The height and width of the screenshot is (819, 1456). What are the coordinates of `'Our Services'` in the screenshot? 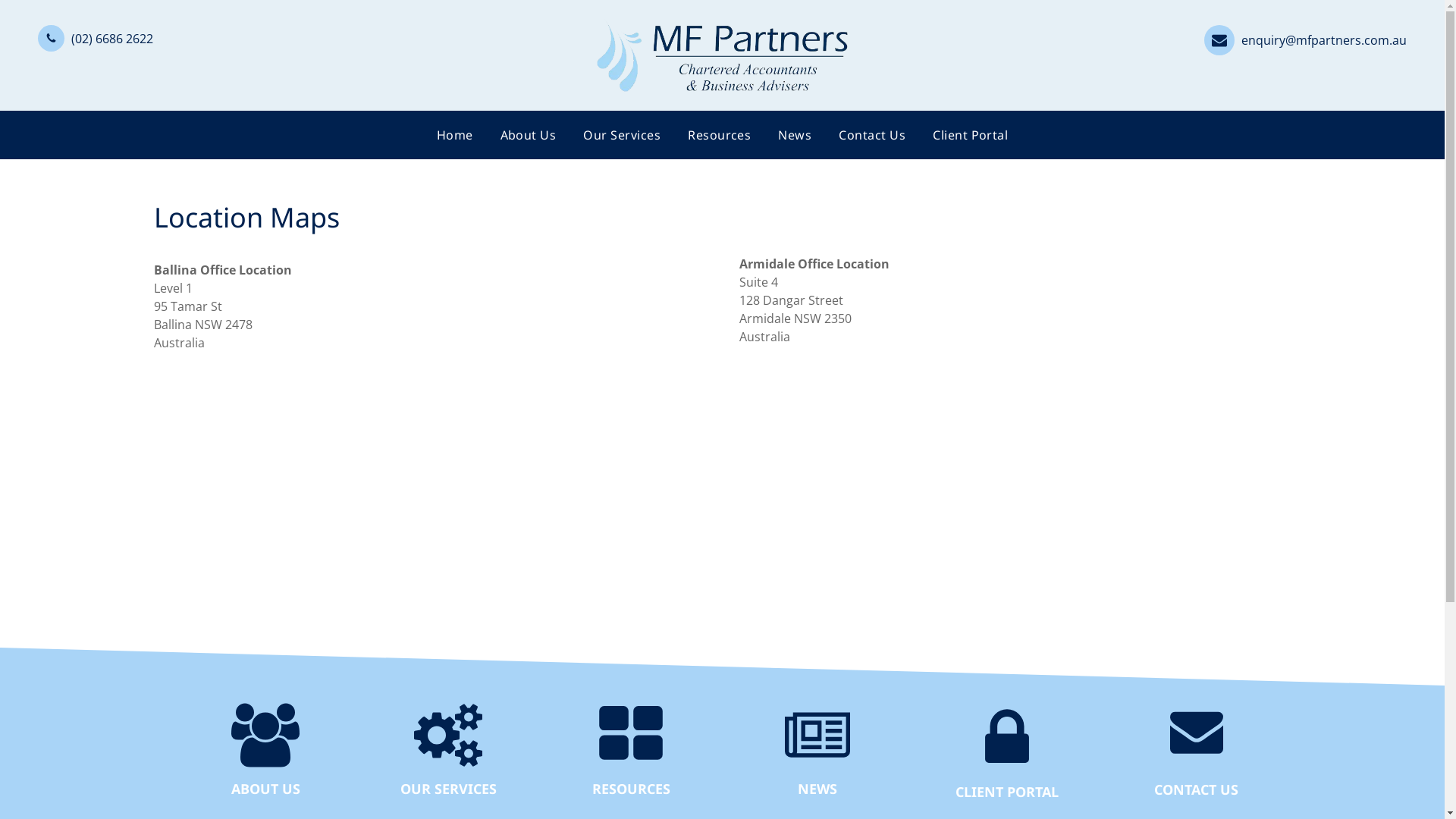 It's located at (622, 133).